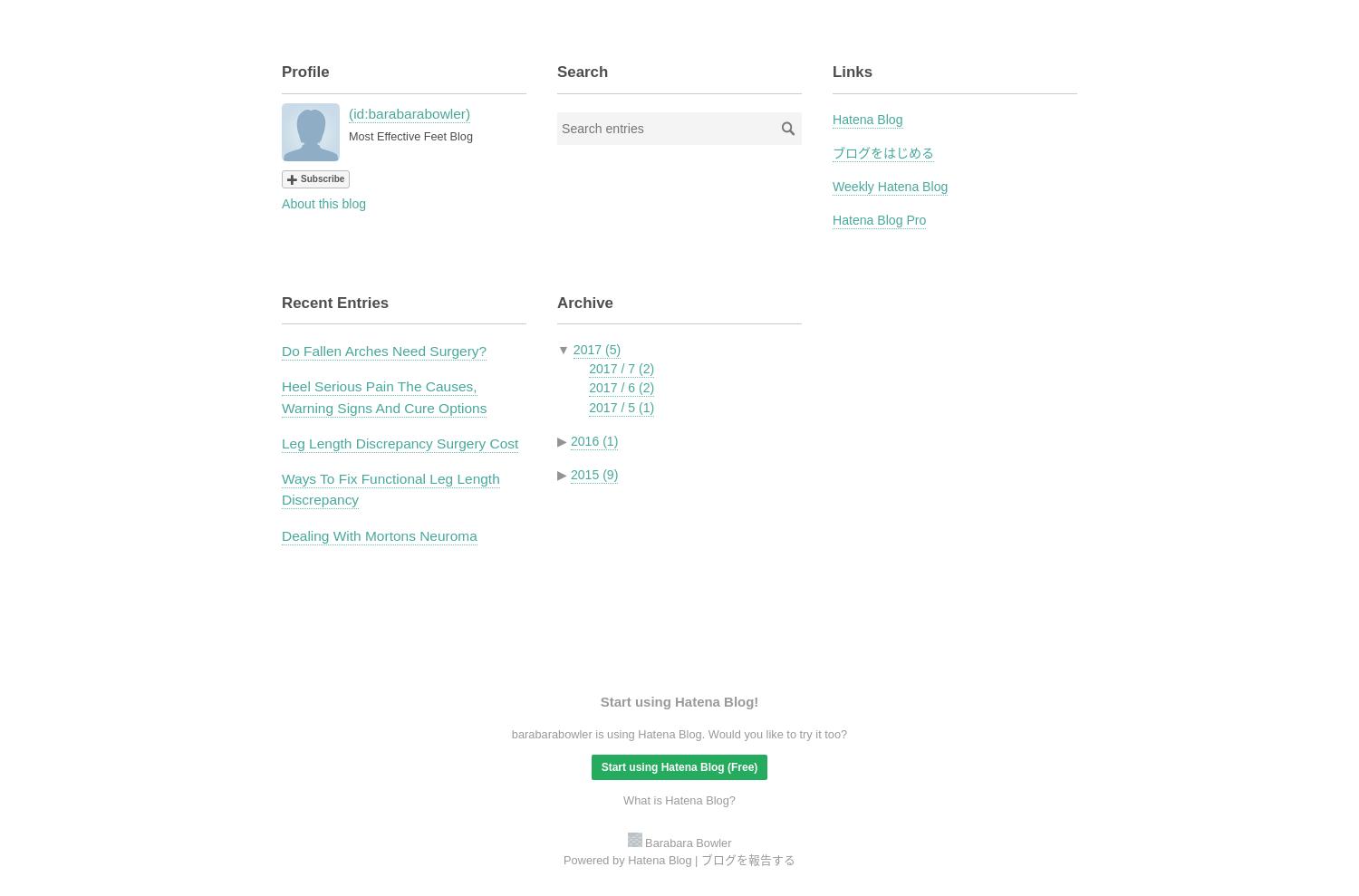 This screenshot has width=1359, height=896. I want to click on '(5)', so click(612, 350).